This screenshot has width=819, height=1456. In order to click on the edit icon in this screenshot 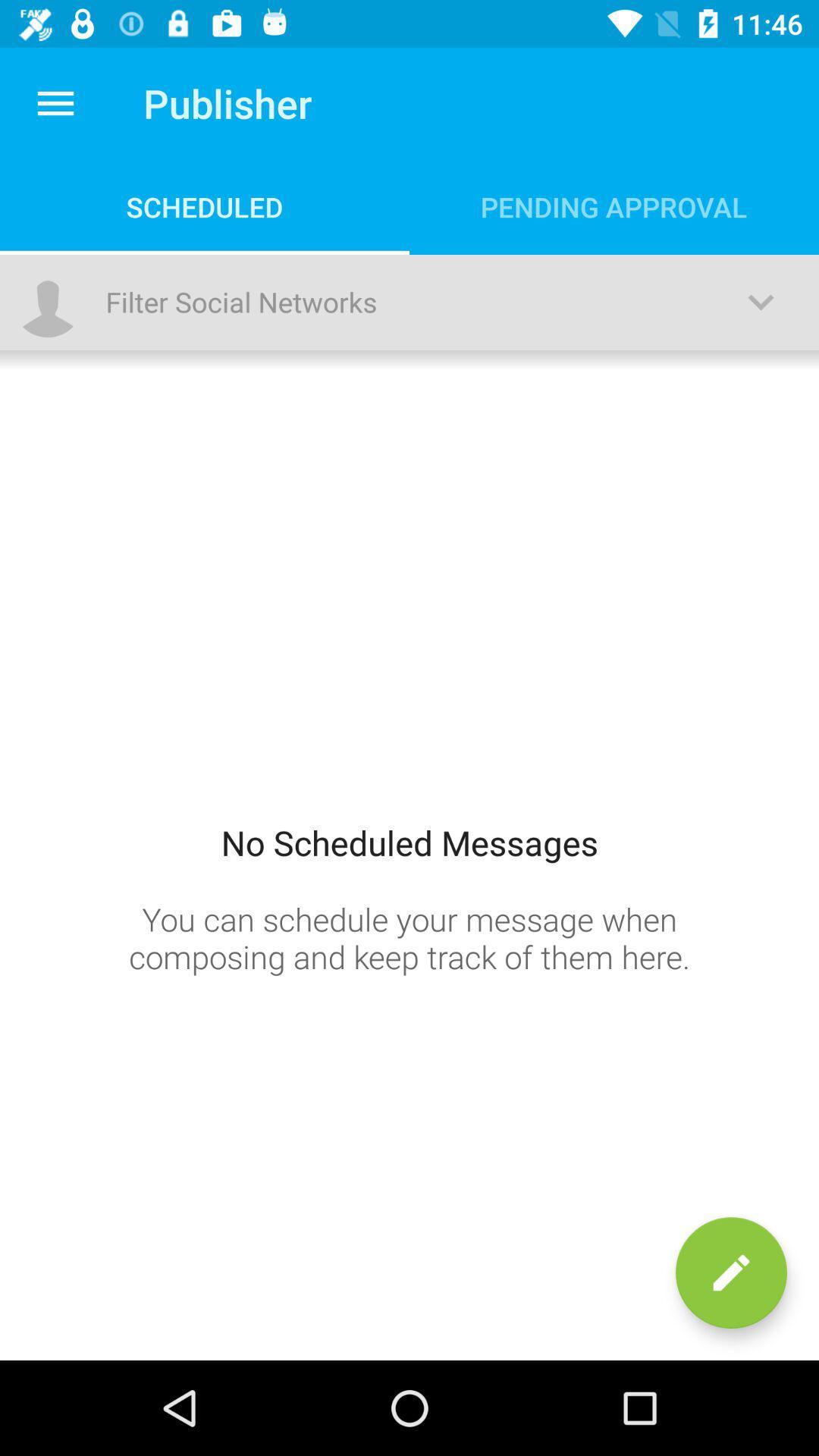, I will do `click(730, 1272)`.